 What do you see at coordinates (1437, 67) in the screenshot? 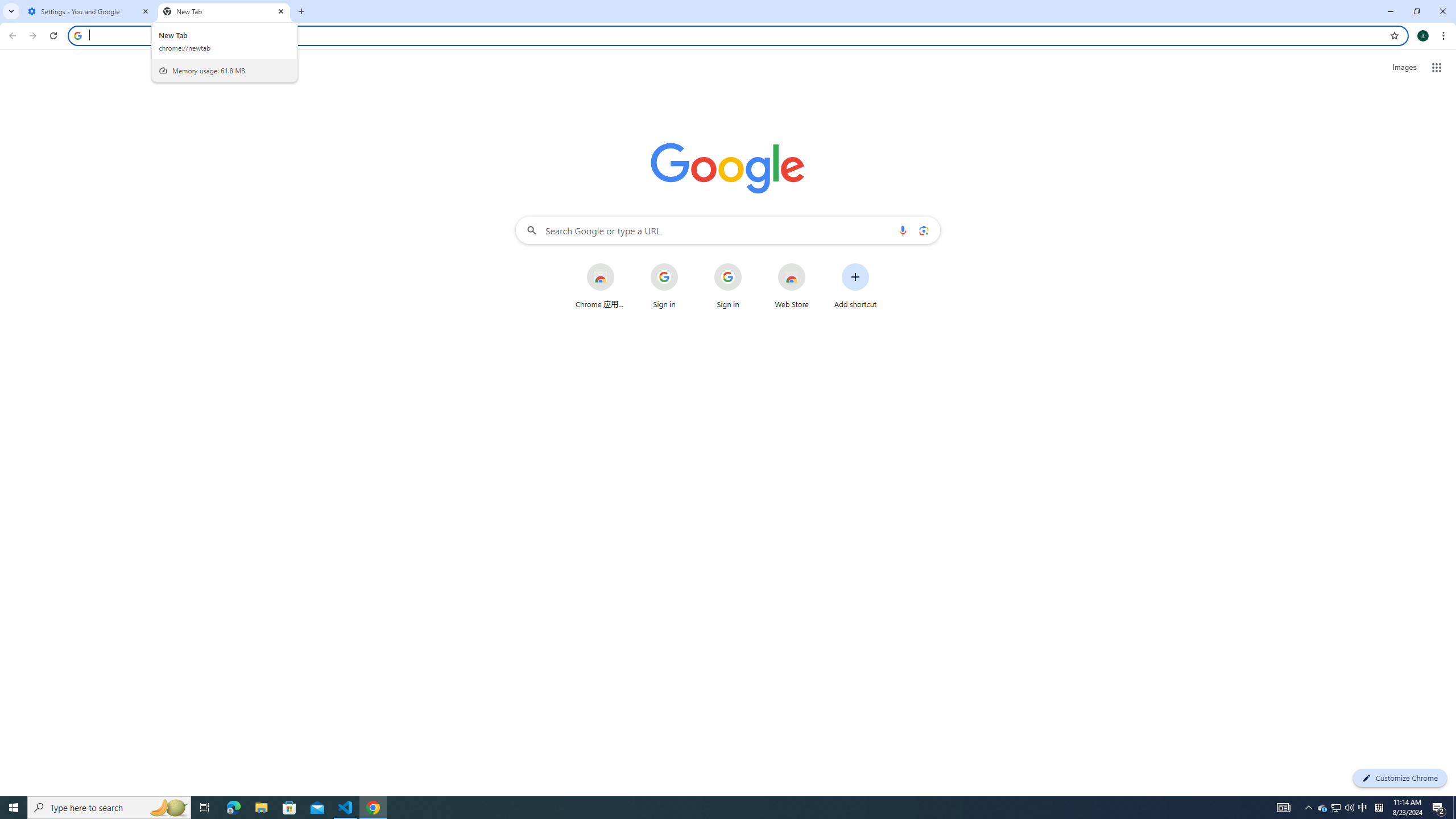
I see `'Google apps'` at bounding box center [1437, 67].